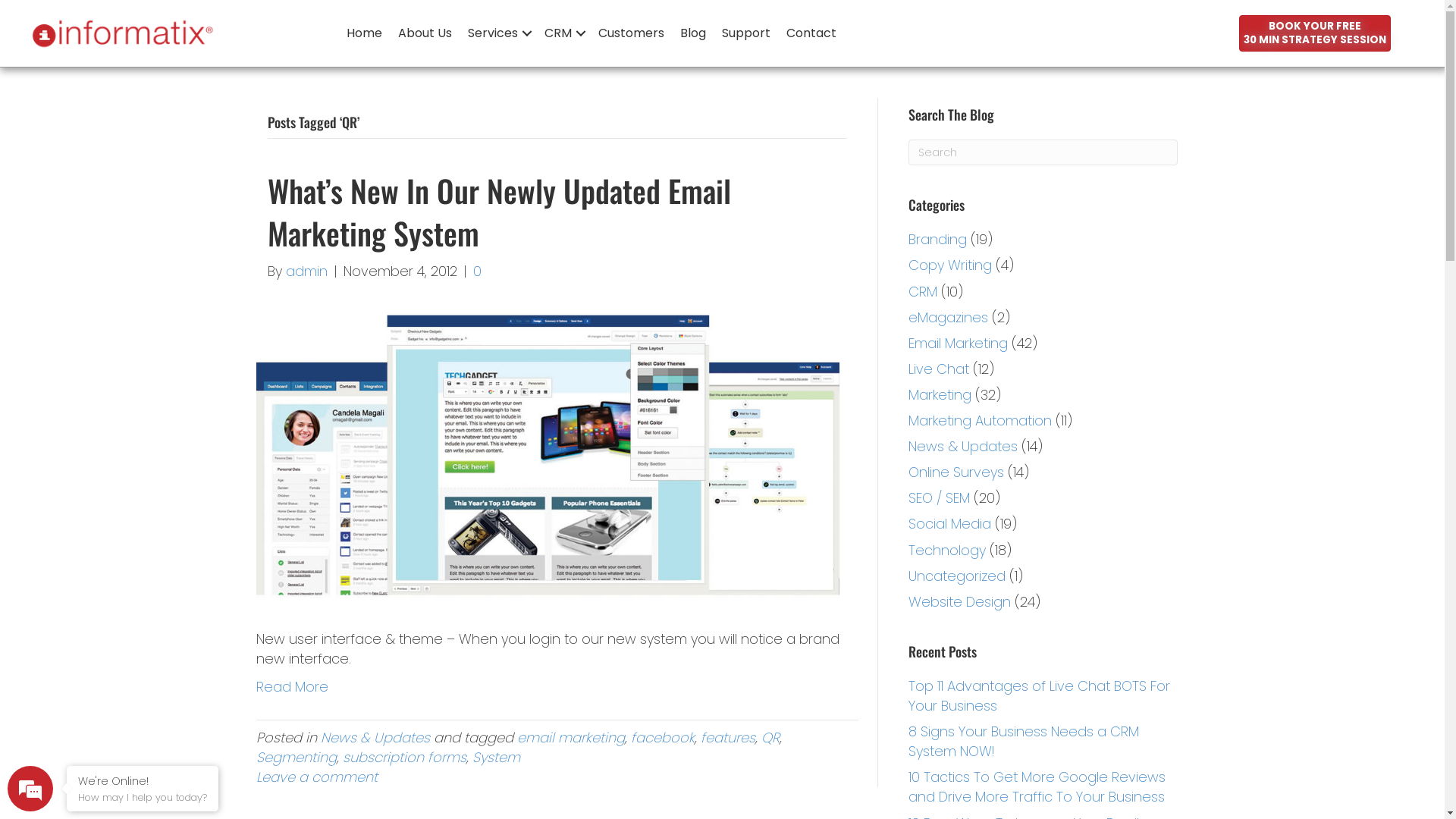 The width and height of the screenshot is (1456, 819). I want to click on '8 Signs Your Business Needs a CRM System NOW!', so click(1023, 740).